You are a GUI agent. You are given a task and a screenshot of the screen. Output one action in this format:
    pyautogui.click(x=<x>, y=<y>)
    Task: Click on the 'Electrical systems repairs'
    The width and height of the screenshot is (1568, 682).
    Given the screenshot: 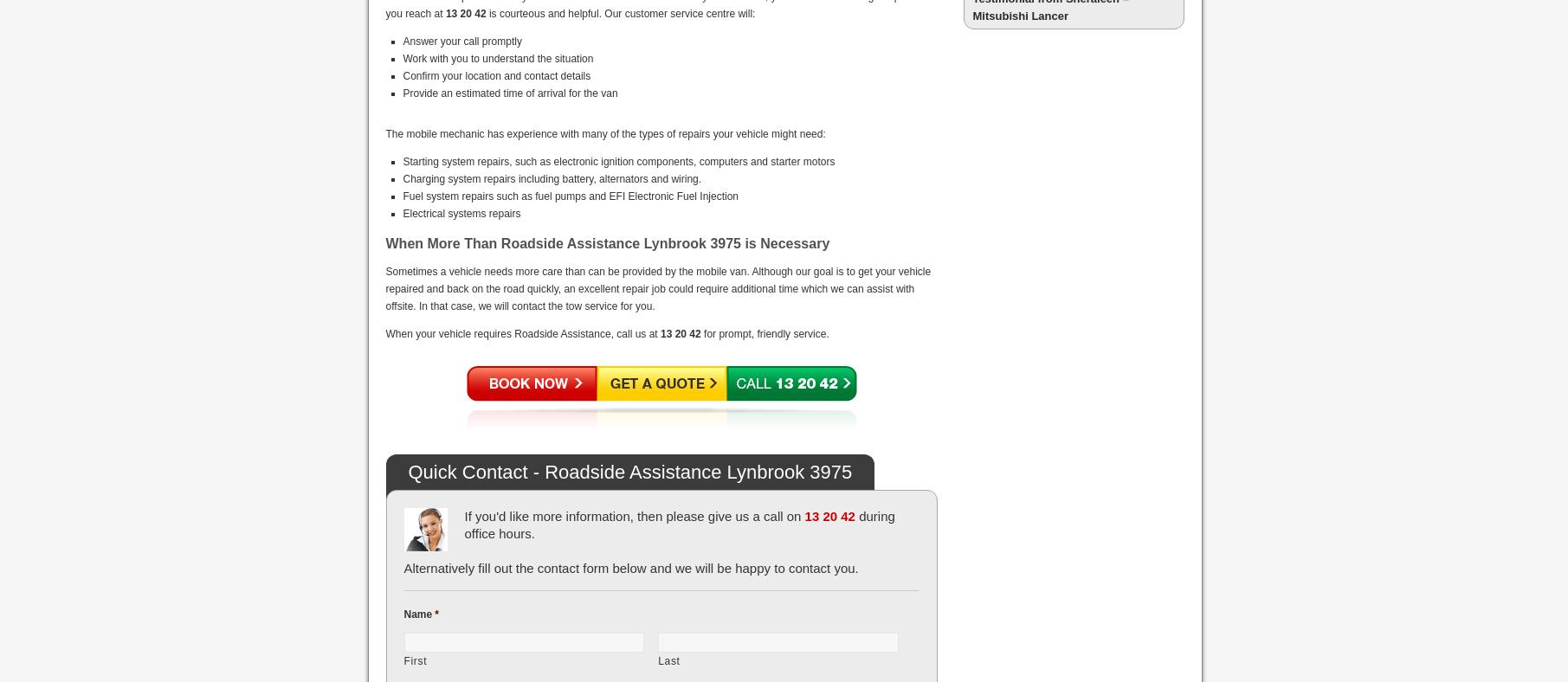 What is the action you would take?
    pyautogui.click(x=460, y=213)
    